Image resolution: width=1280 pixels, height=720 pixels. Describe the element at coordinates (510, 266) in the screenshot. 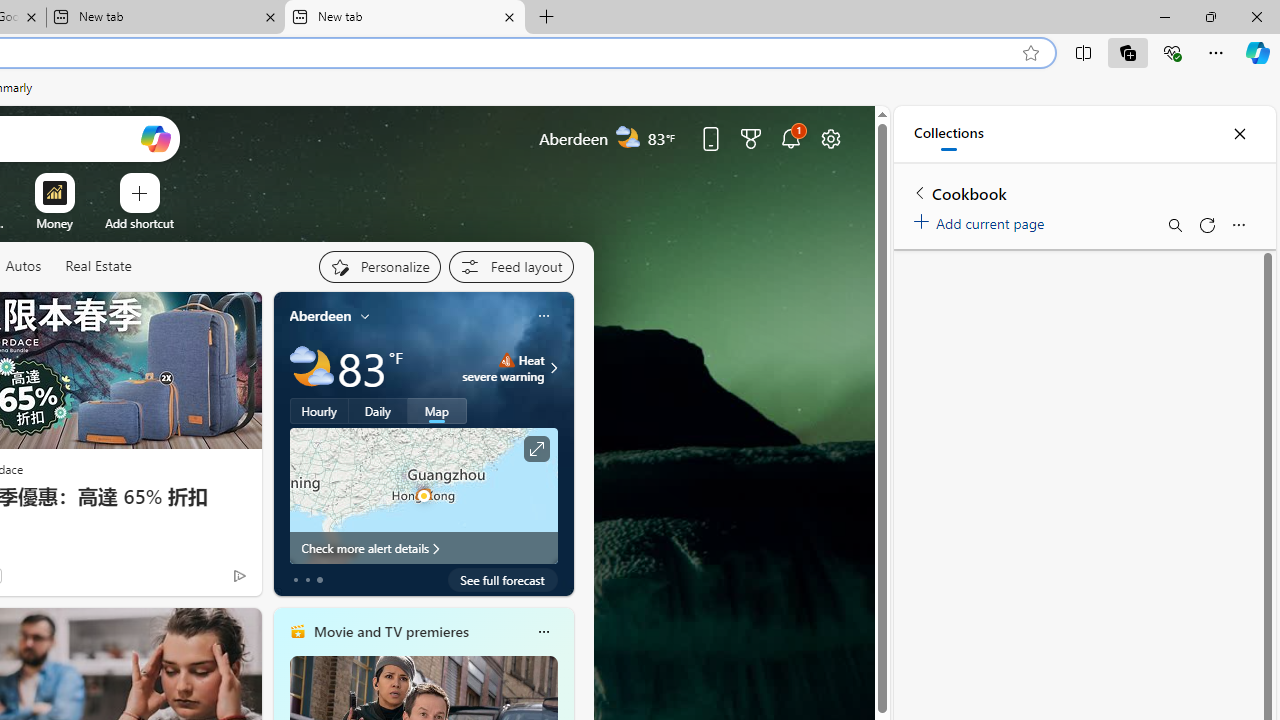

I see `'Feed settings'` at that location.